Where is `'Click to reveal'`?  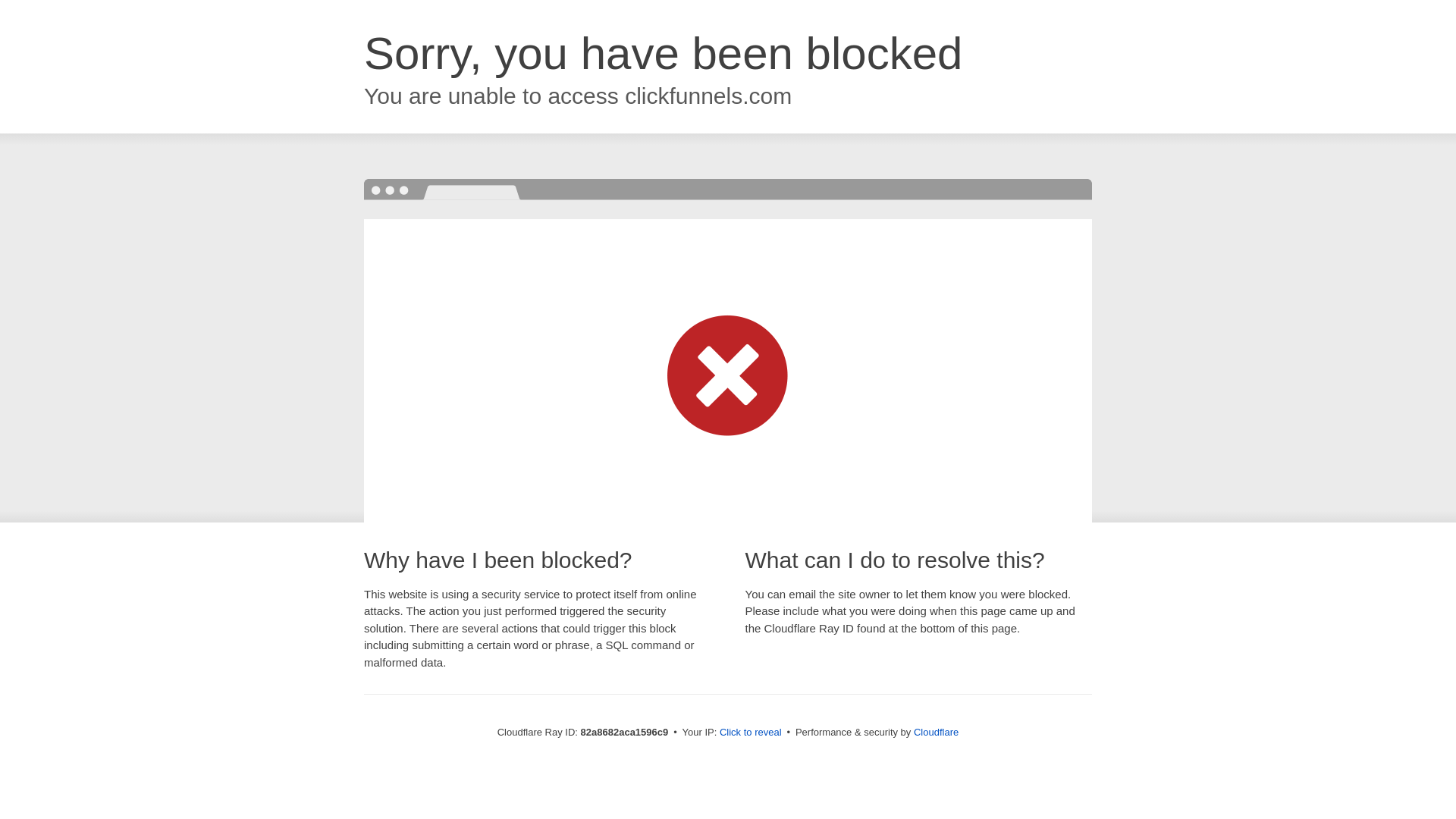
'Click to reveal' is located at coordinates (750, 731).